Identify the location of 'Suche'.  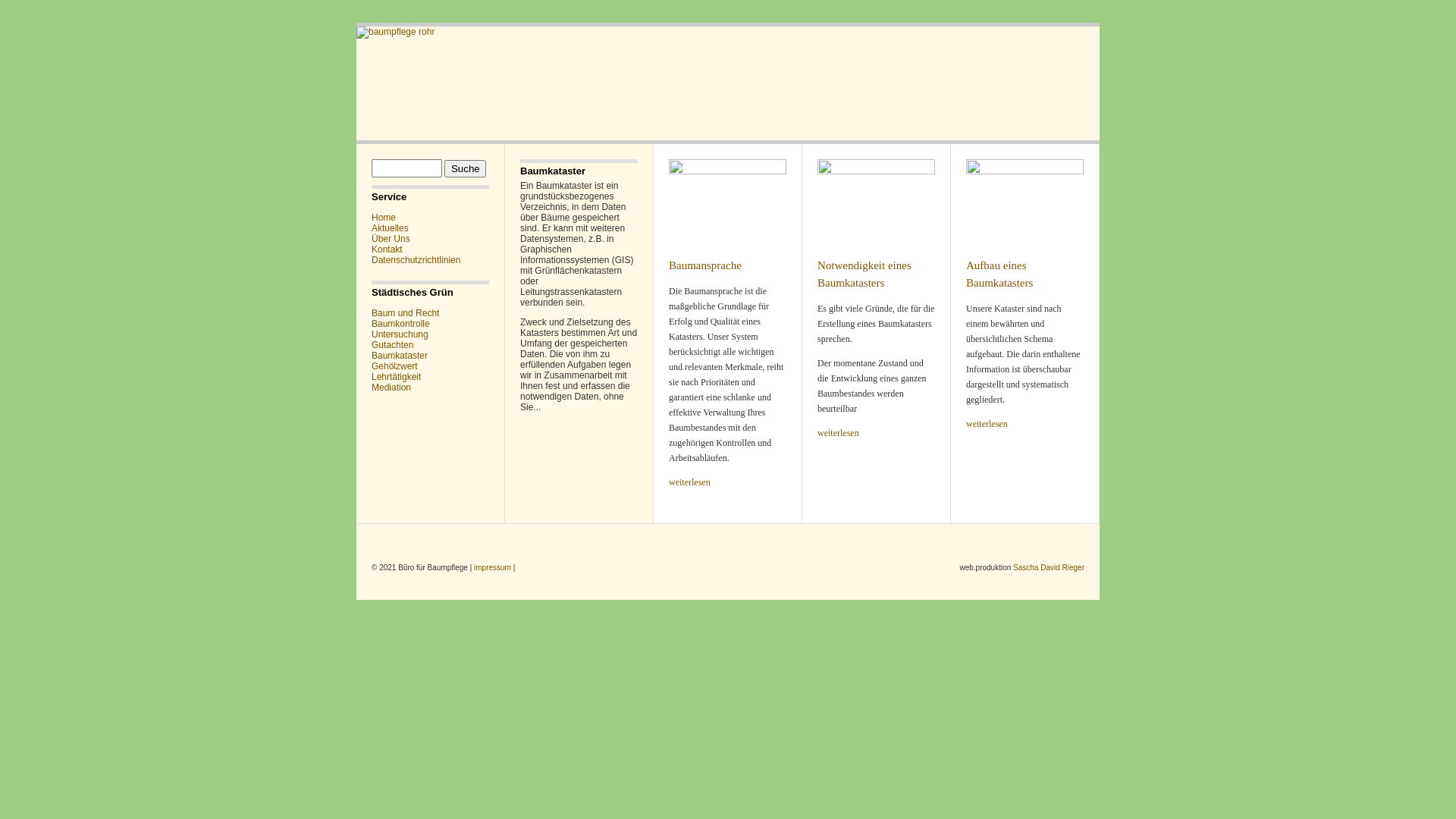
(443, 168).